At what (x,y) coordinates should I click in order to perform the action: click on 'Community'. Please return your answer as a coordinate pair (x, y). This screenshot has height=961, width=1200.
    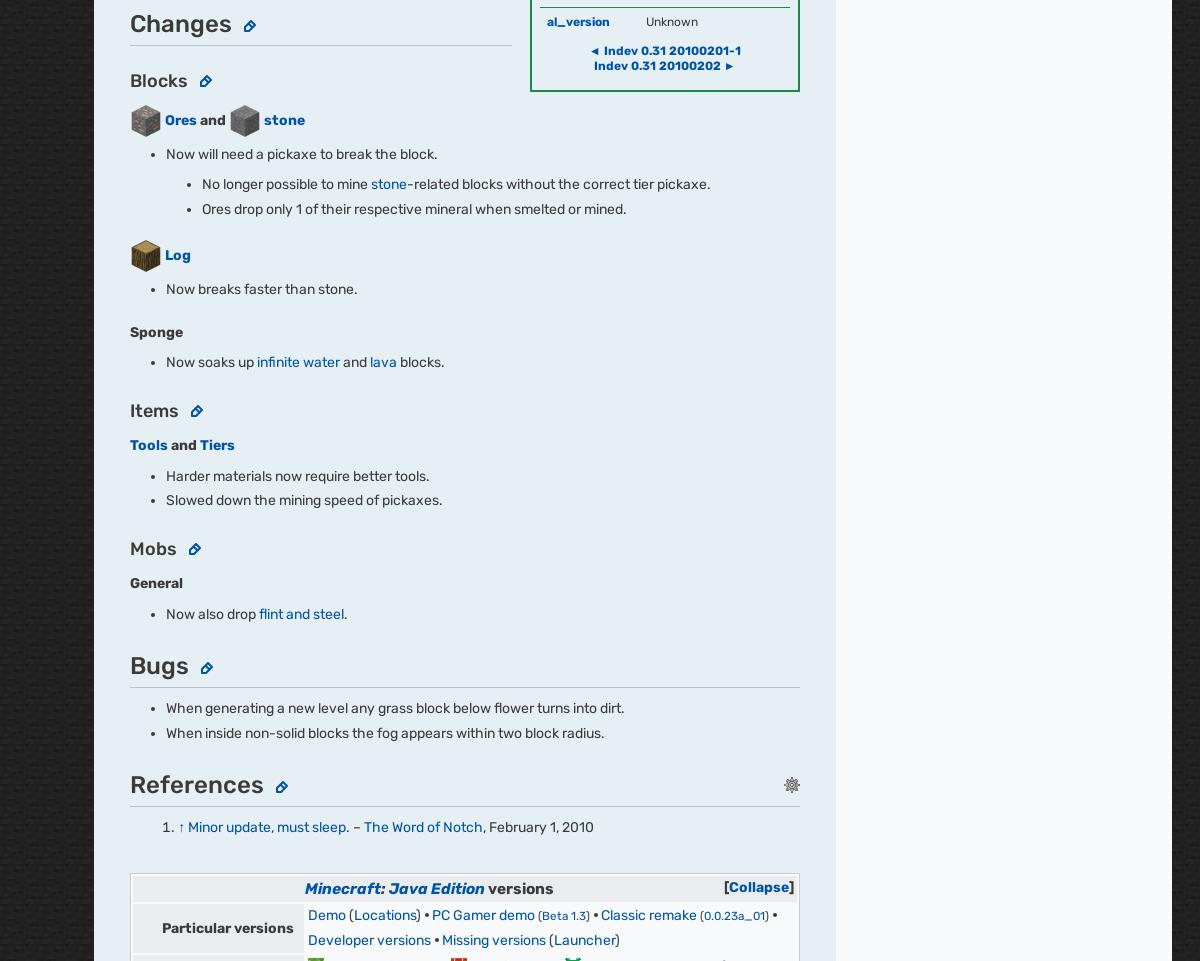
    Looking at the image, I should click on (680, 275).